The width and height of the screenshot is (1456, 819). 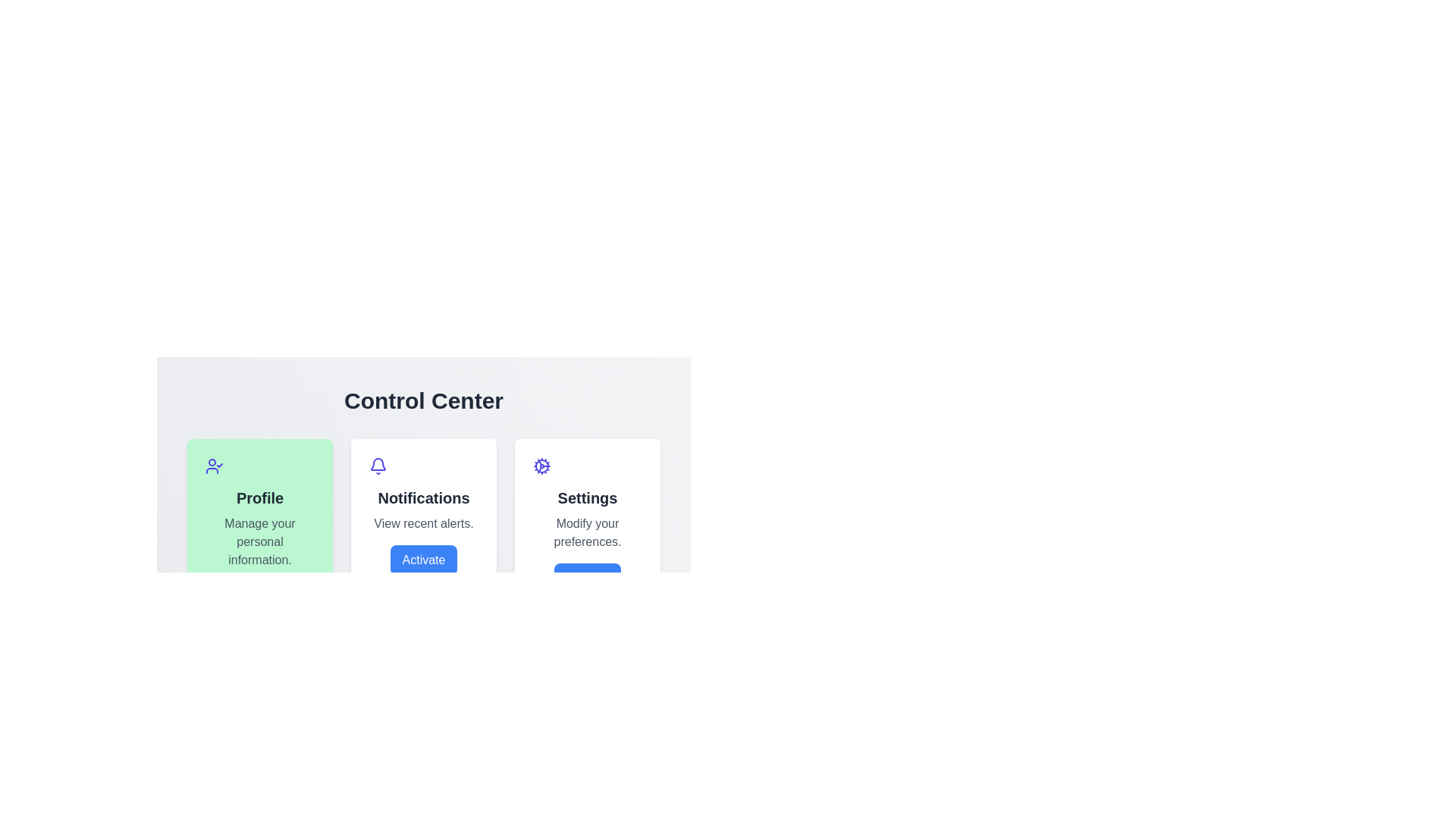 What do you see at coordinates (586, 532) in the screenshot?
I see `the static text element located within the 'Settings' card, which provides descriptive instruction or label above the 'Activate' button` at bounding box center [586, 532].